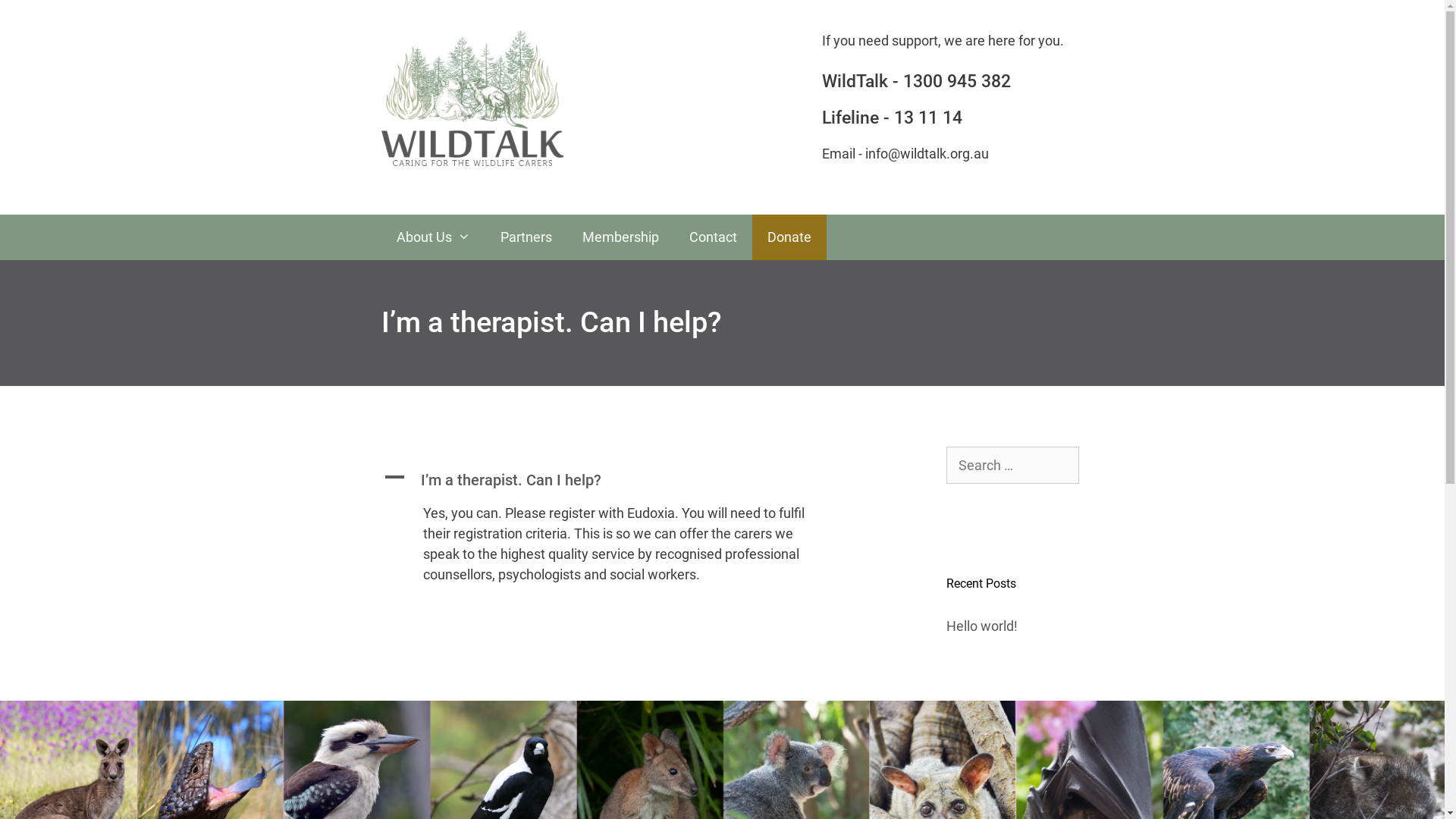 This screenshot has width=1456, height=819. I want to click on 'Contact', so click(712, 237).